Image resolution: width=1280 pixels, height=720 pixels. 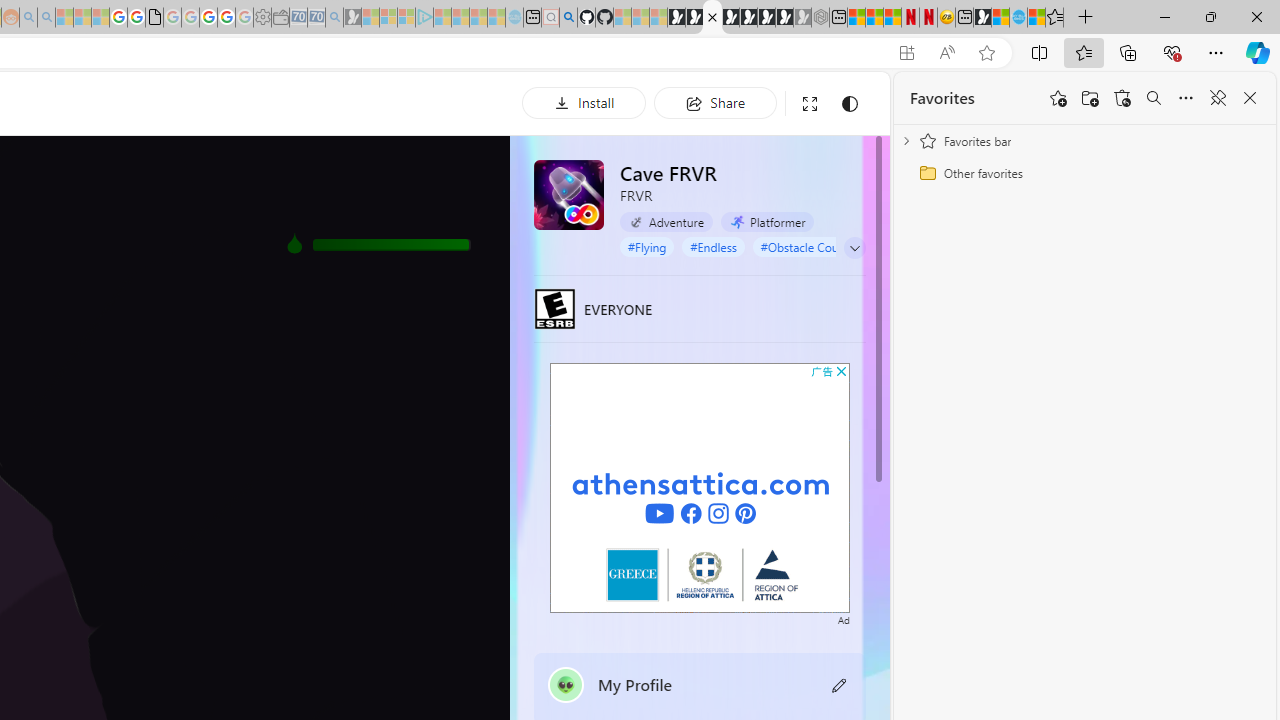 What do you see at coordinates (700, 487) in the screenshot?
I see `'Advertisement'` at bounding box center [700, 487].